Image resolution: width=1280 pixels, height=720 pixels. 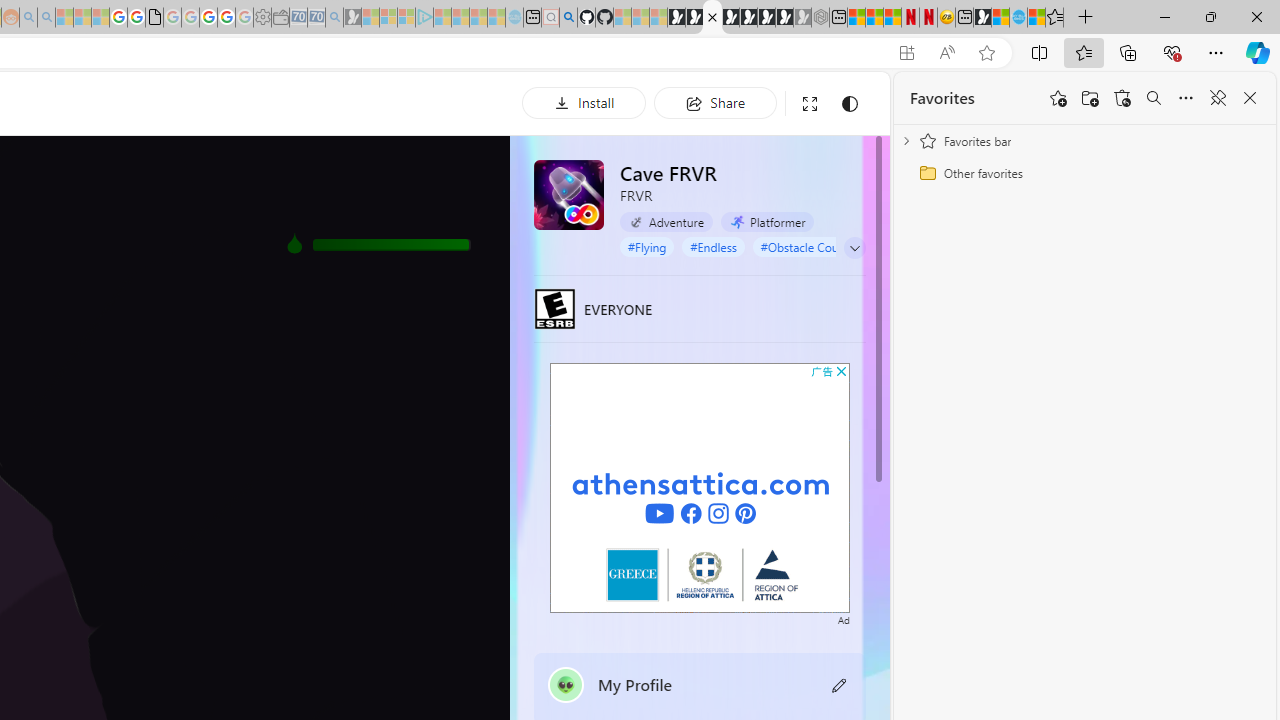 What do you see at coordinates (700, 487) in the screenshot?
I see `'Advertisement'` at bounding box center [700, 487].